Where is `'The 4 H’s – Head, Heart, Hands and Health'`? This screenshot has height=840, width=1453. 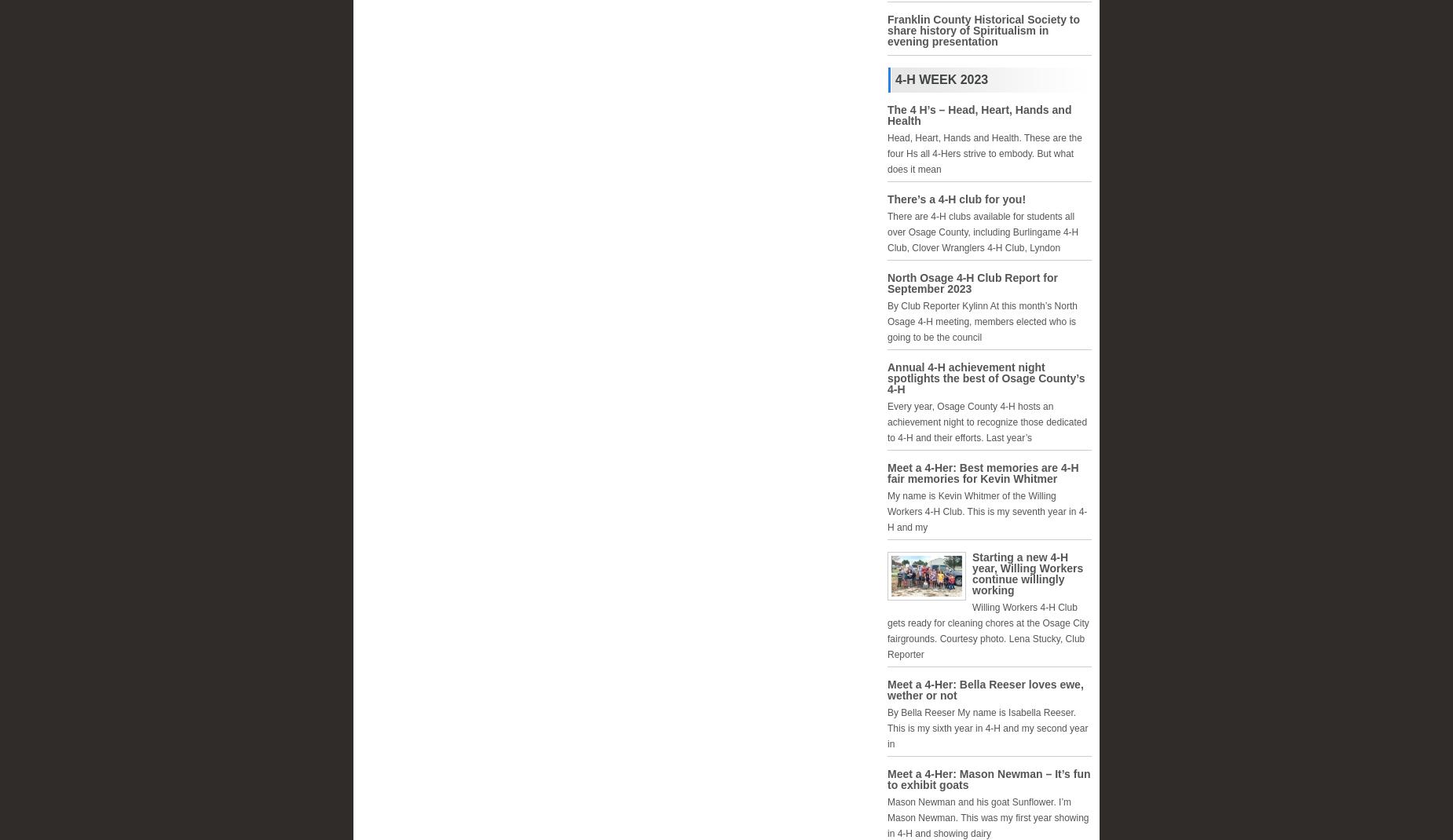 'The 4 H’s – Head, Heart, Hands and Health' is located at coordinates (979, 115).